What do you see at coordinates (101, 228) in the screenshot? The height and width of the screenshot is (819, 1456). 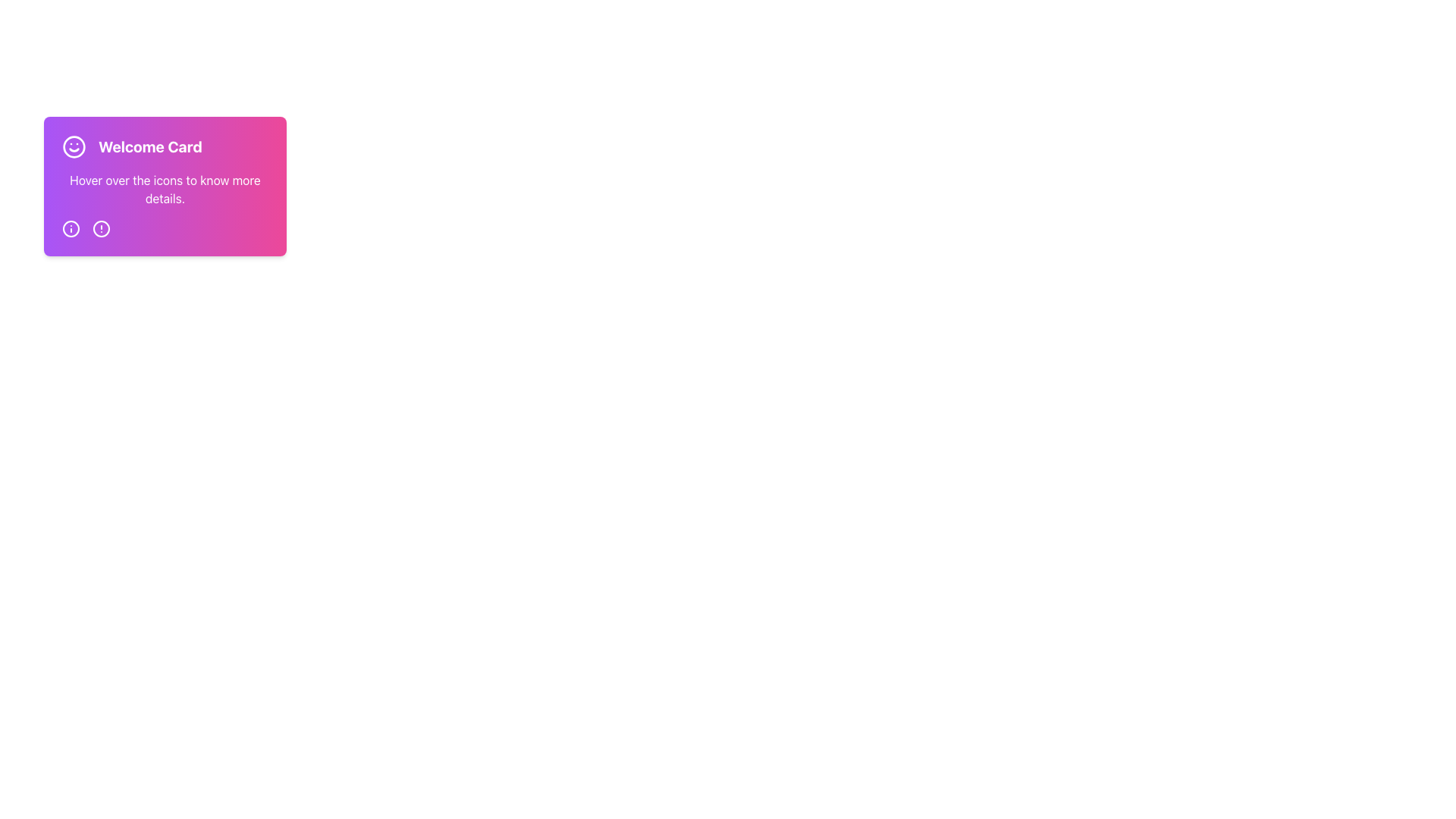 I see `the warning indicator icon located at the bottom of the 'Welcome Card', which is the second circular icon to the right of the information symbol` at bounding box center [101, 228].